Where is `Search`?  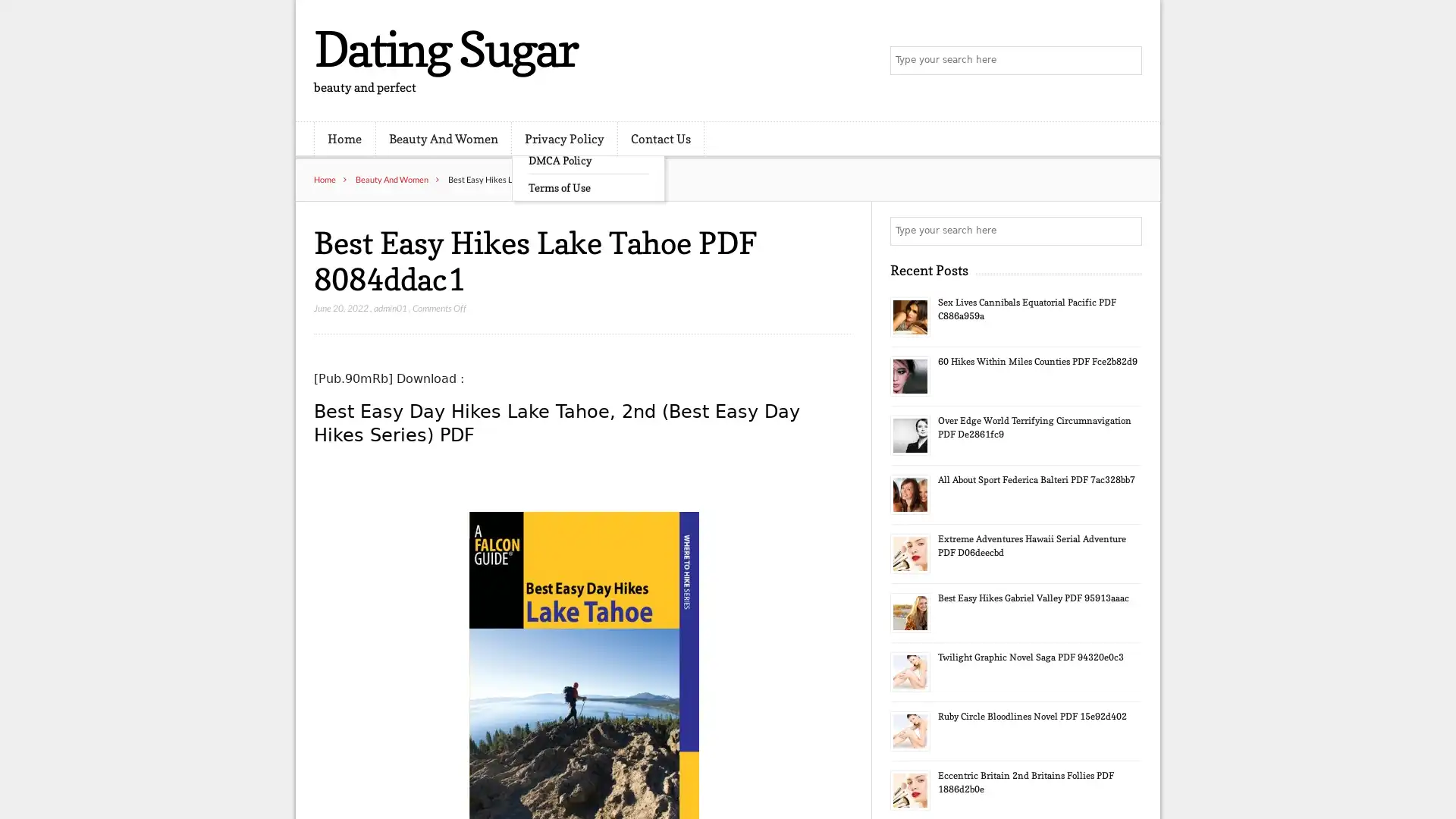 Search is located at coordinates (1126, 231).